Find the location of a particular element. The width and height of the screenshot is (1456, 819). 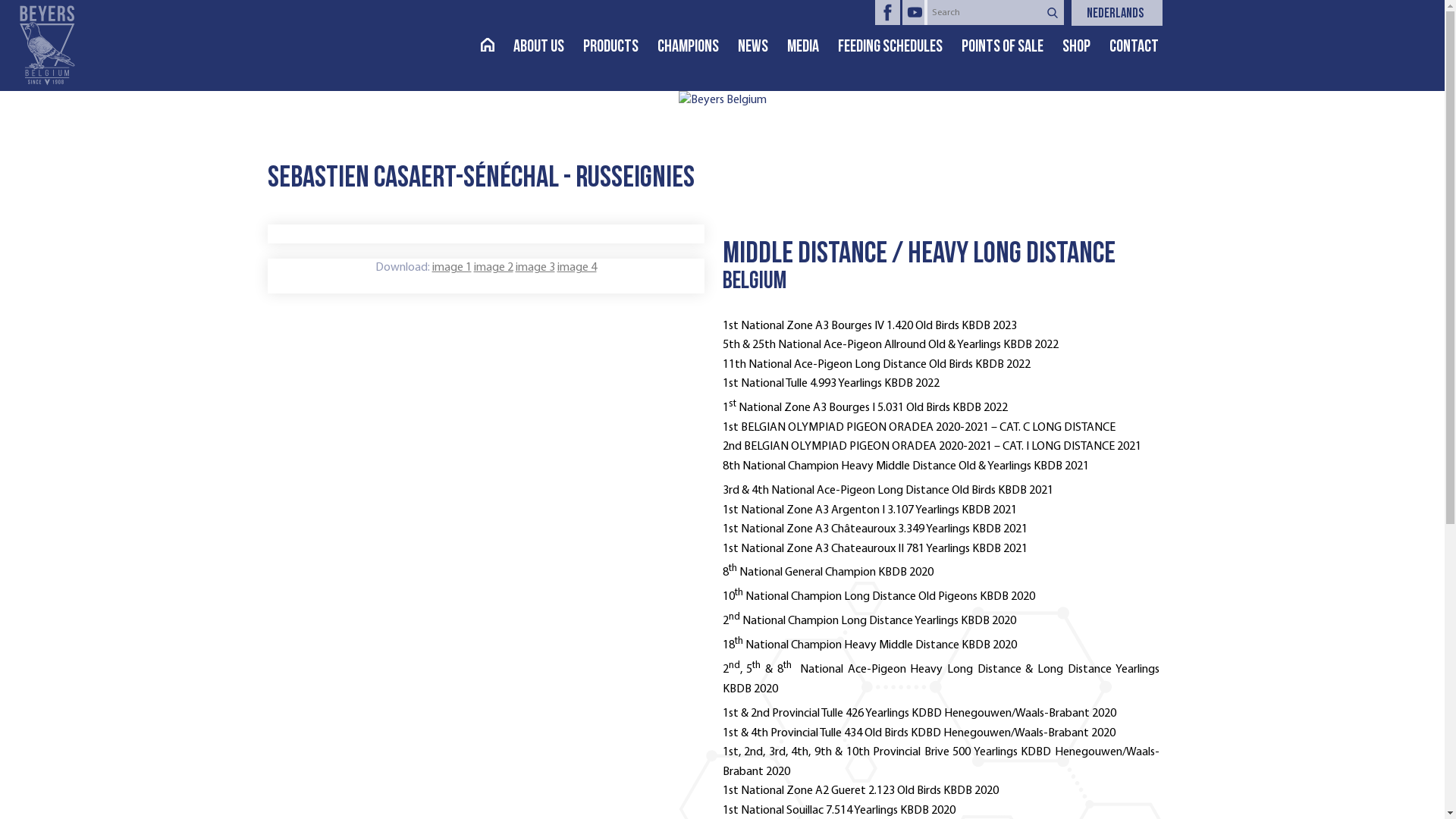

'SHOP' is located at coordinates (1084, 46).